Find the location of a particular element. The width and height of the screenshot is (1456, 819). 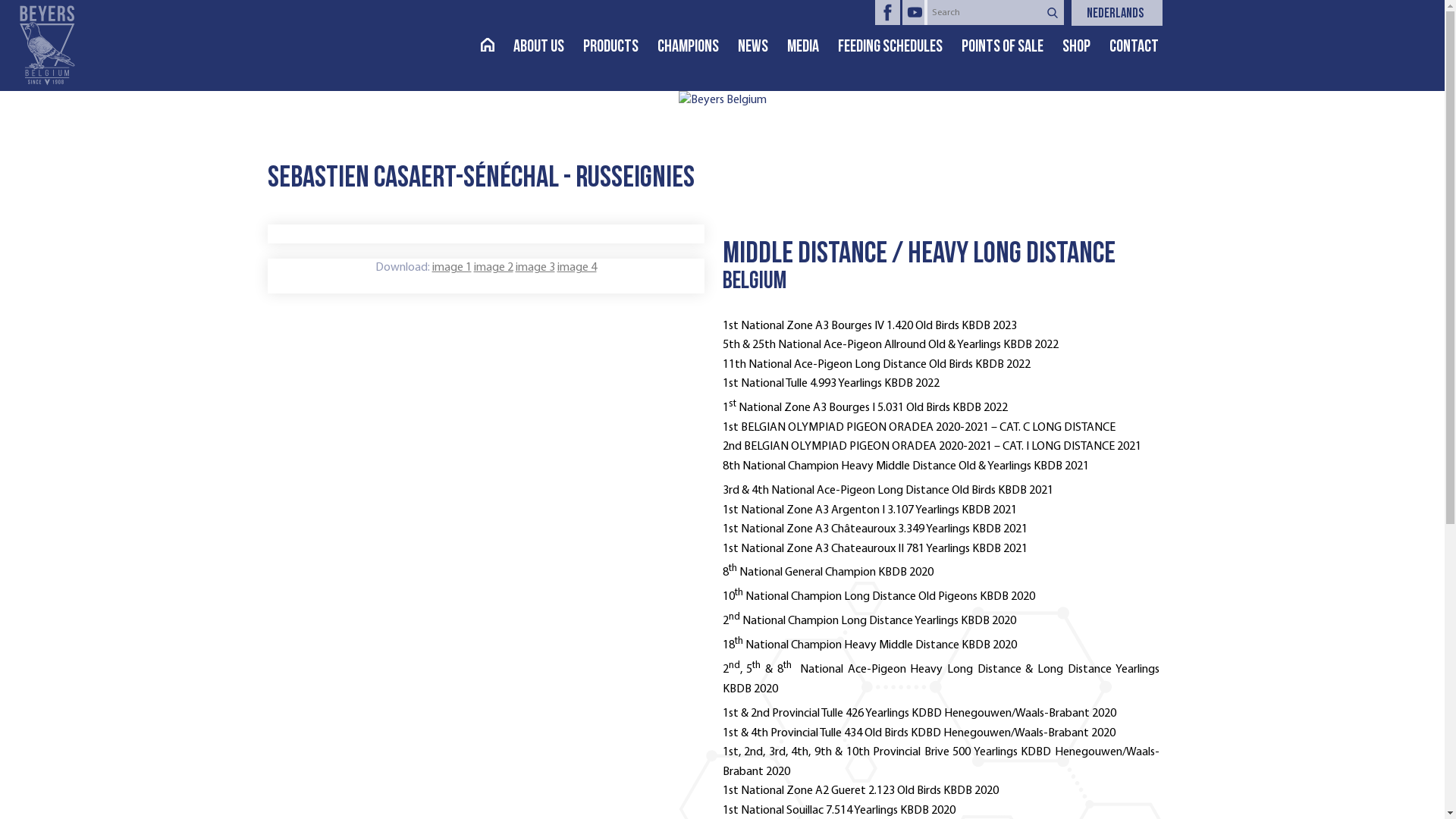

'SHOP' is located at coordinates (1084, 46).